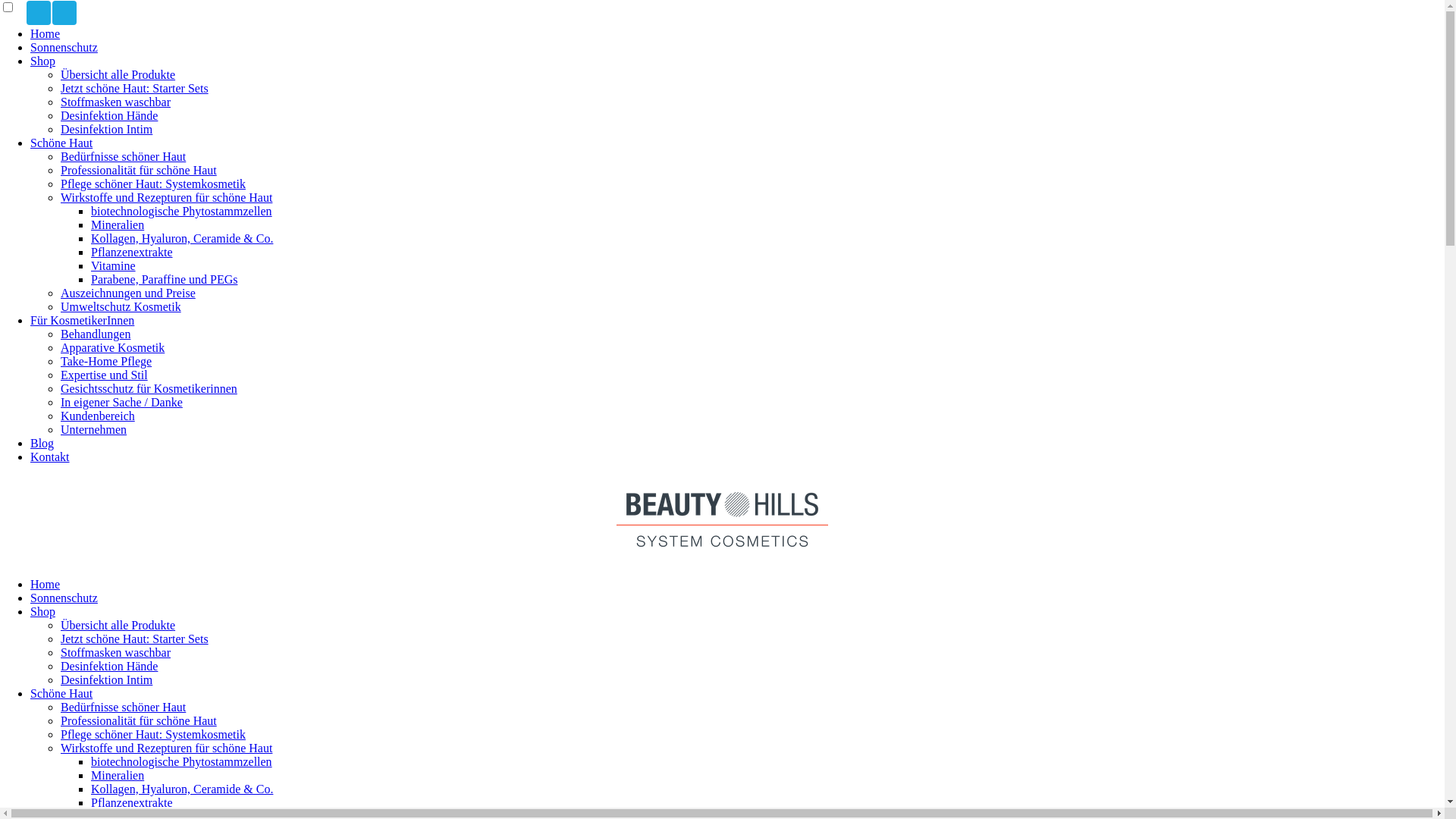  Describe the element at coordinates (105, 361) in the screenshot. I see `'Take-Home Pflege'` at that location.